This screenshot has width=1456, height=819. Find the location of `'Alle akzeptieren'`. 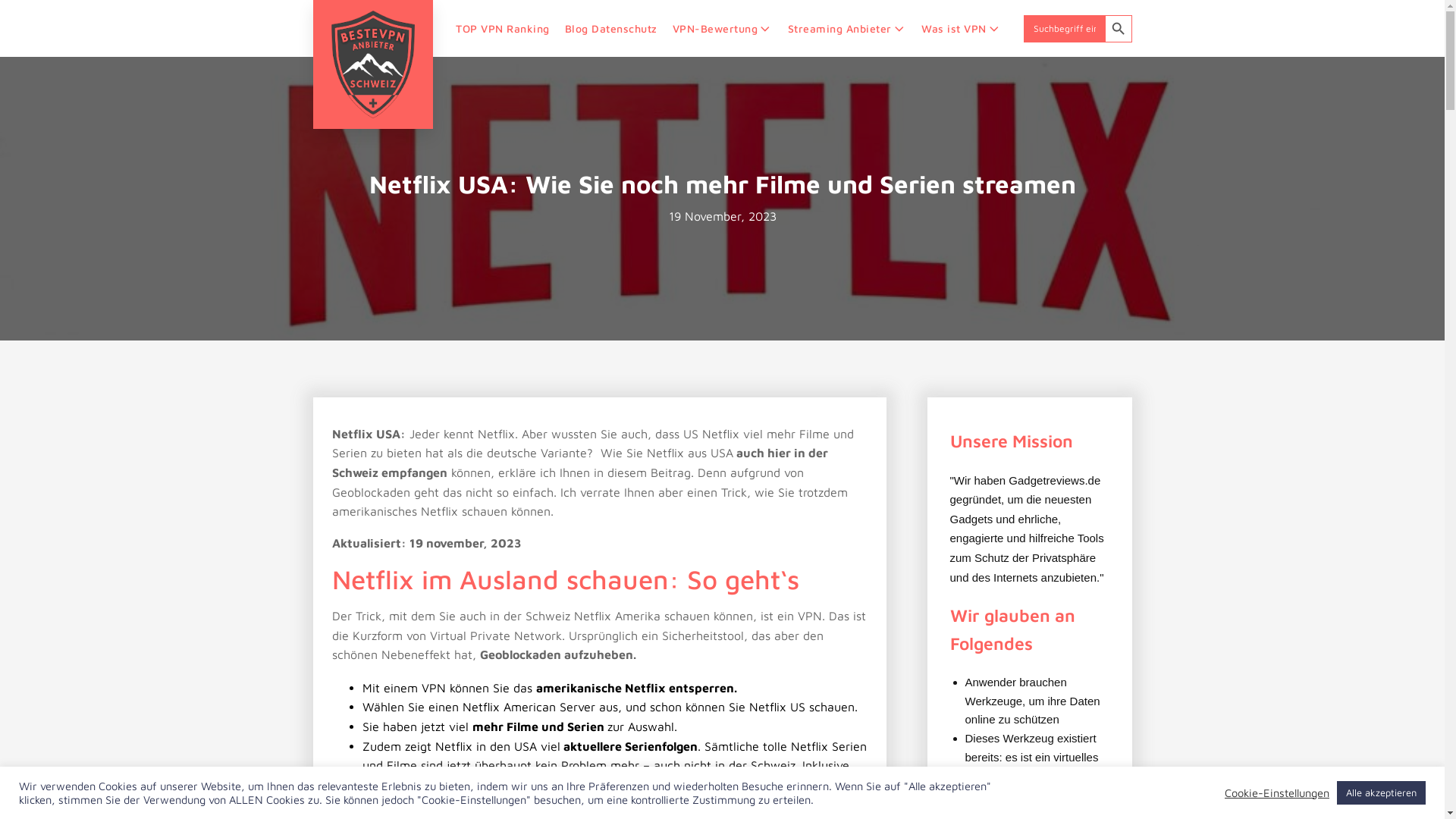

'Alle akzeptieren' is located at coordinates (1381, 792).